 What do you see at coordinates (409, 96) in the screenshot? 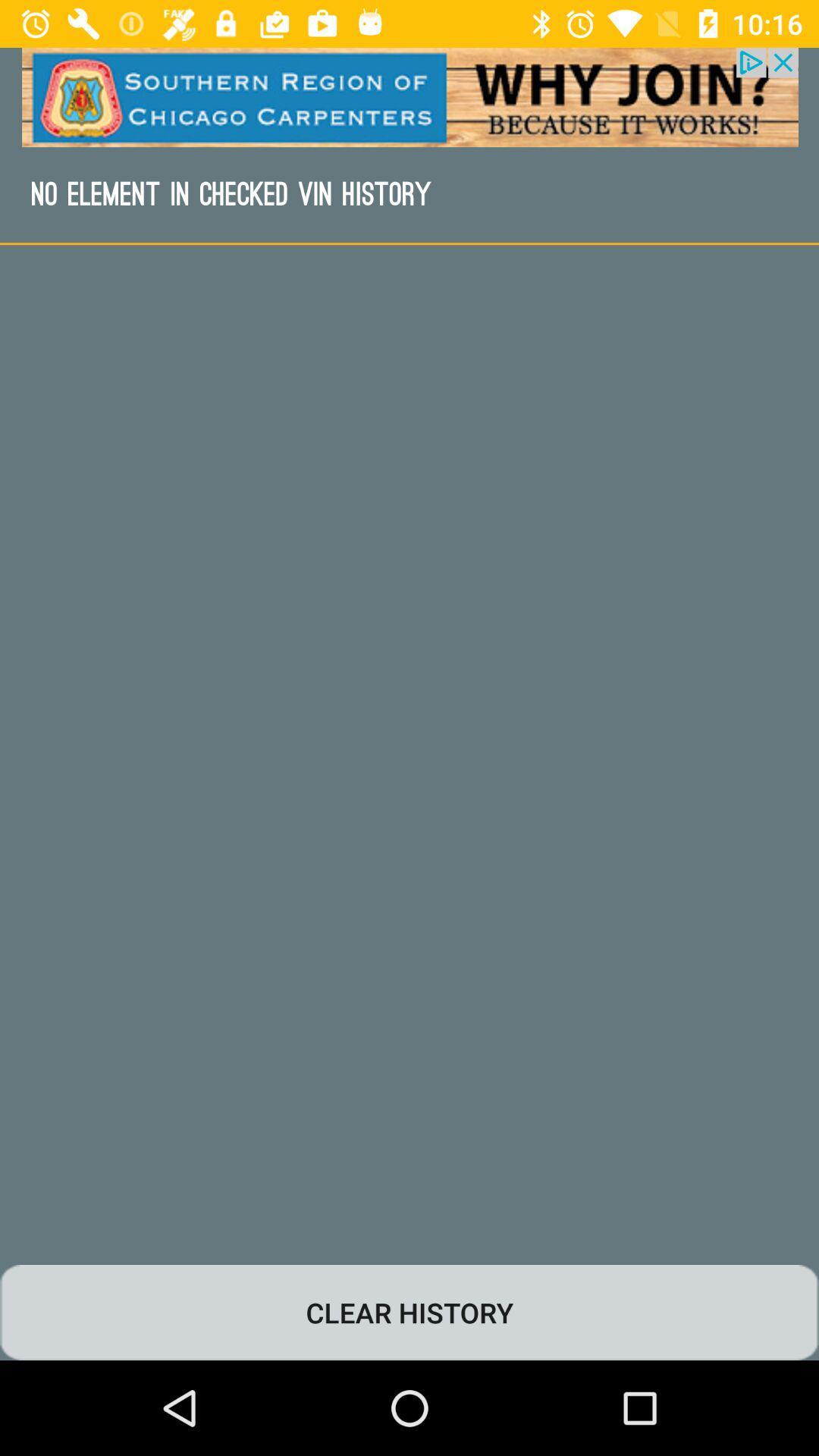
I see `advertisement page` at bounding box center [409, 96].